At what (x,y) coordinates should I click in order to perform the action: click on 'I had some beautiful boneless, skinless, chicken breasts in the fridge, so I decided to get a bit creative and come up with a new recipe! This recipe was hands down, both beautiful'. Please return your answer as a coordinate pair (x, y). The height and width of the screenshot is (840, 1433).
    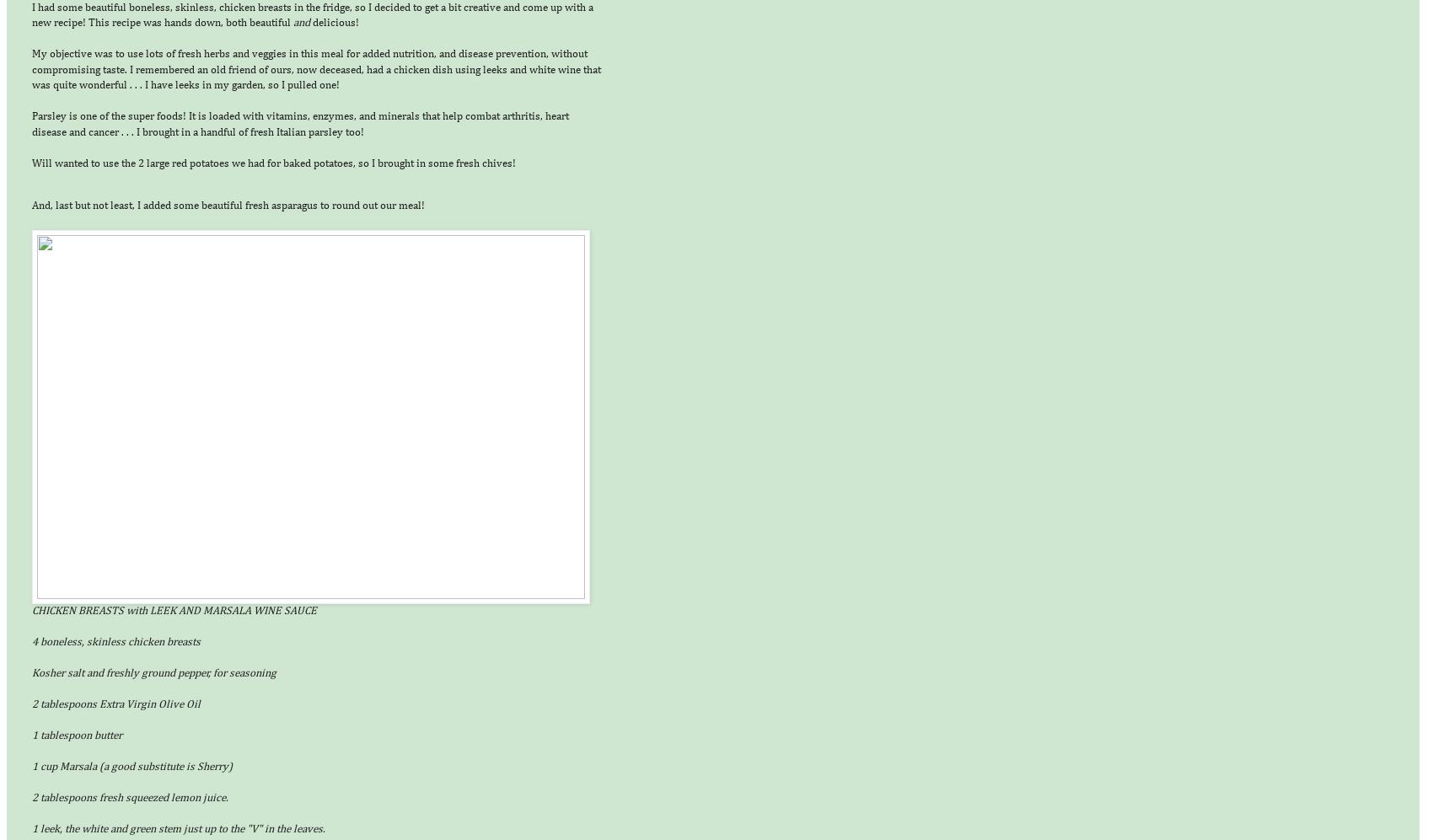
    Looking at the image, I should click on (311, 15).